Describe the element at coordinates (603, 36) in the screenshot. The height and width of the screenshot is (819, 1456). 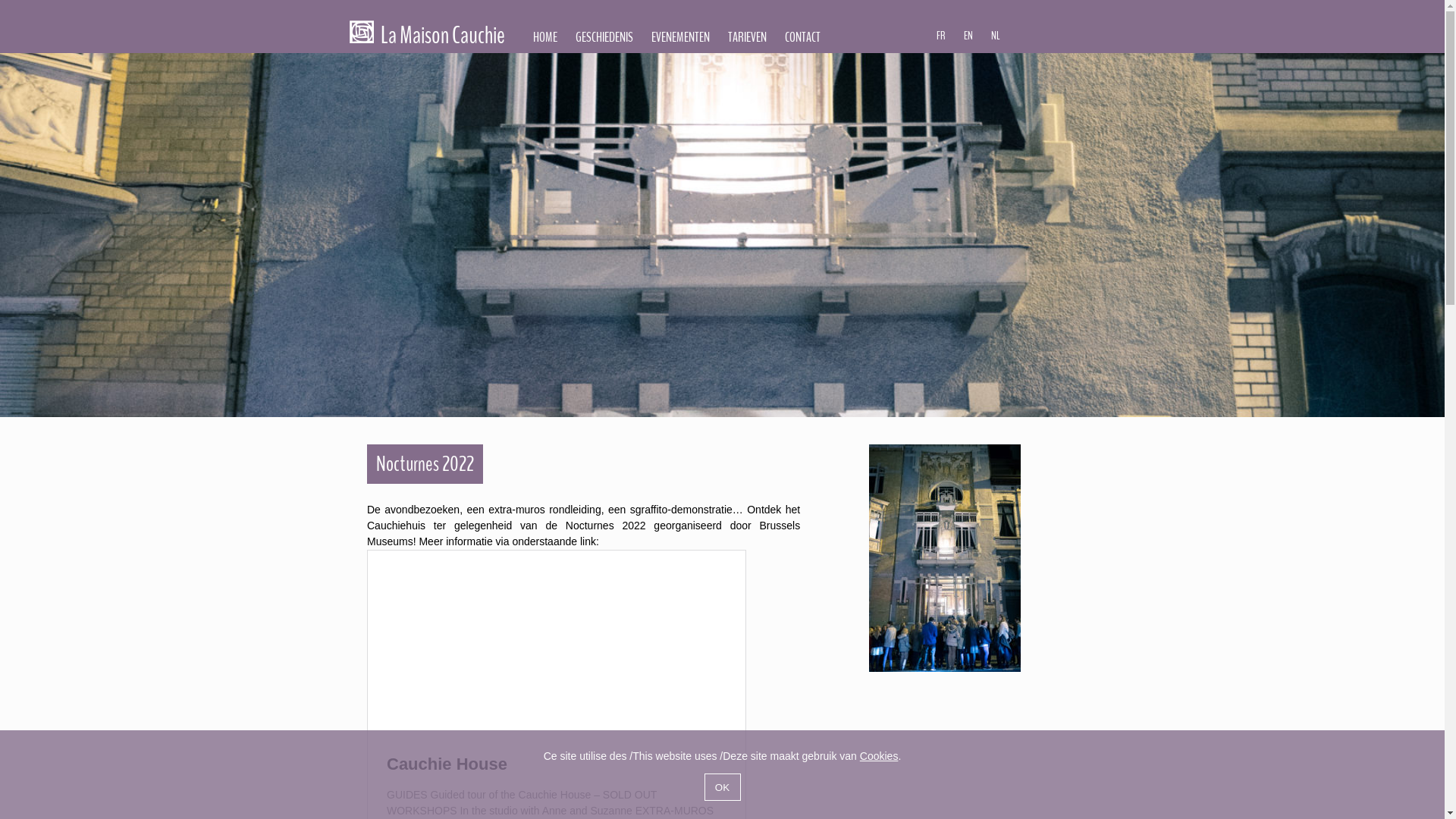
I see `'GESCHIEDENIS'` at that location.